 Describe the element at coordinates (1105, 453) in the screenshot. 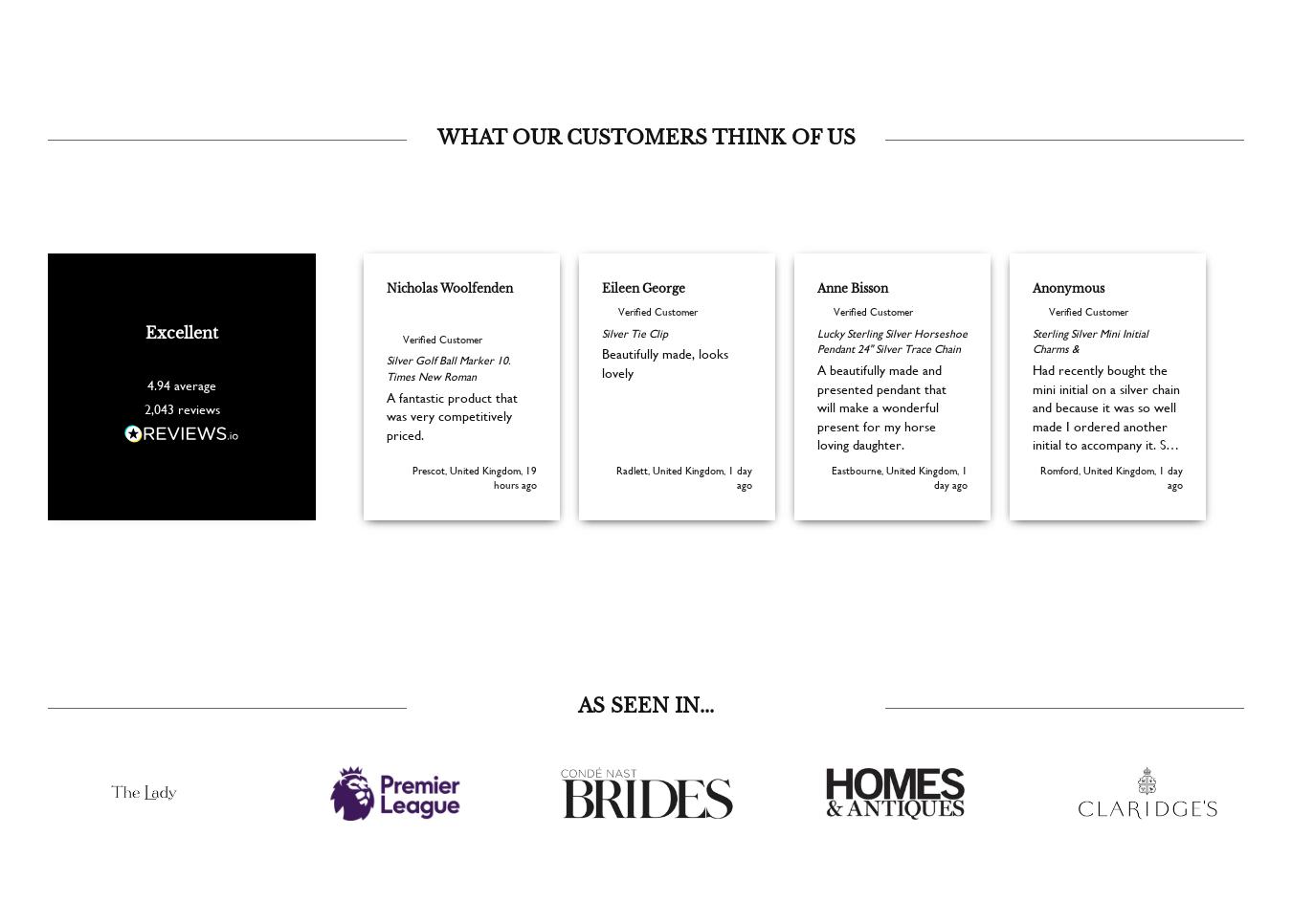

I see `'Had recently bought the mini initial on a silver chain and because it was so well made I ordered another initial to accompany it. So cute. The delivery was earlier than expected.'` at that location.